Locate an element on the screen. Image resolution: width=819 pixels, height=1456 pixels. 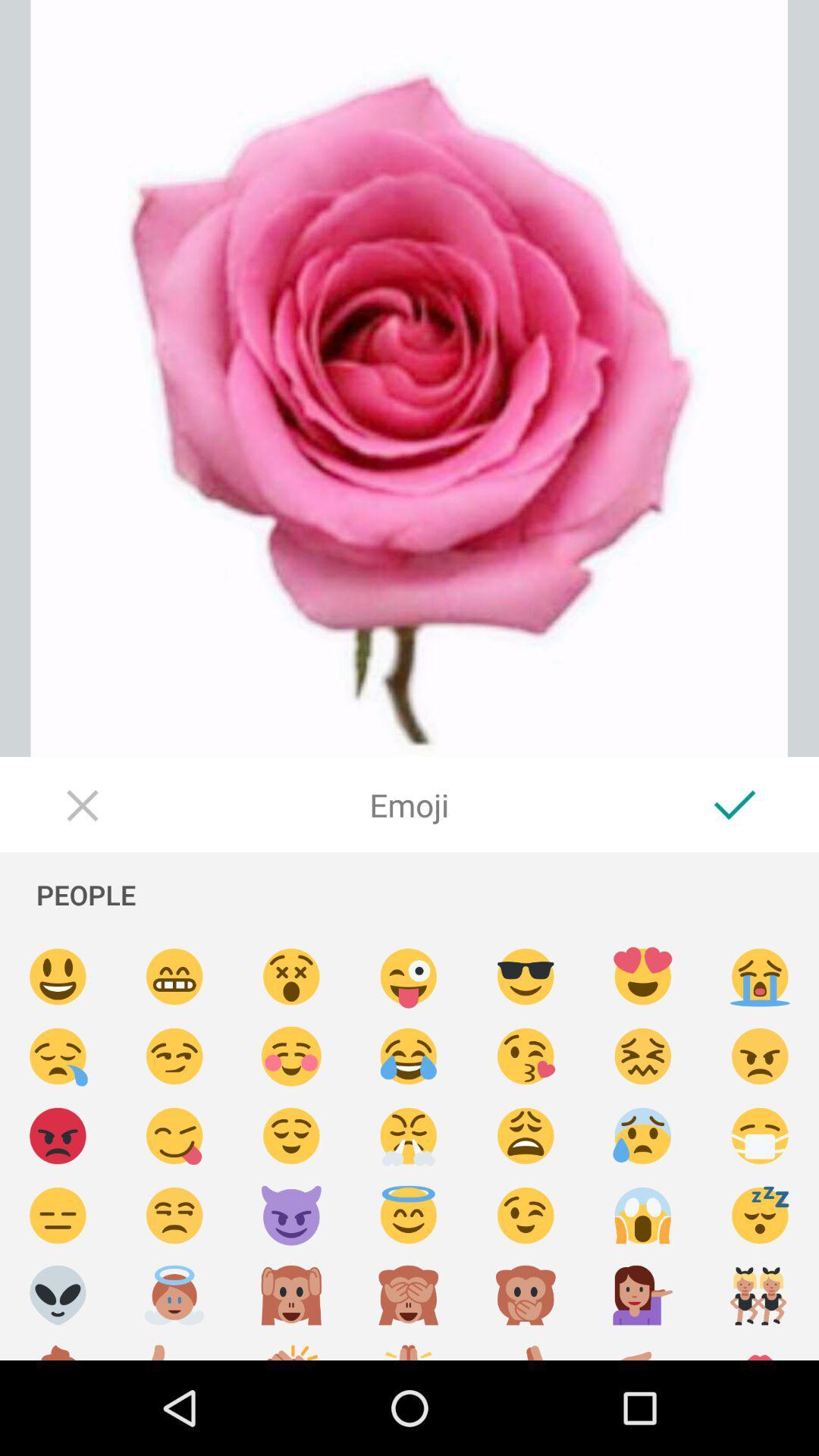
sad sniffle emoji is located at coordinates (57, 1056).